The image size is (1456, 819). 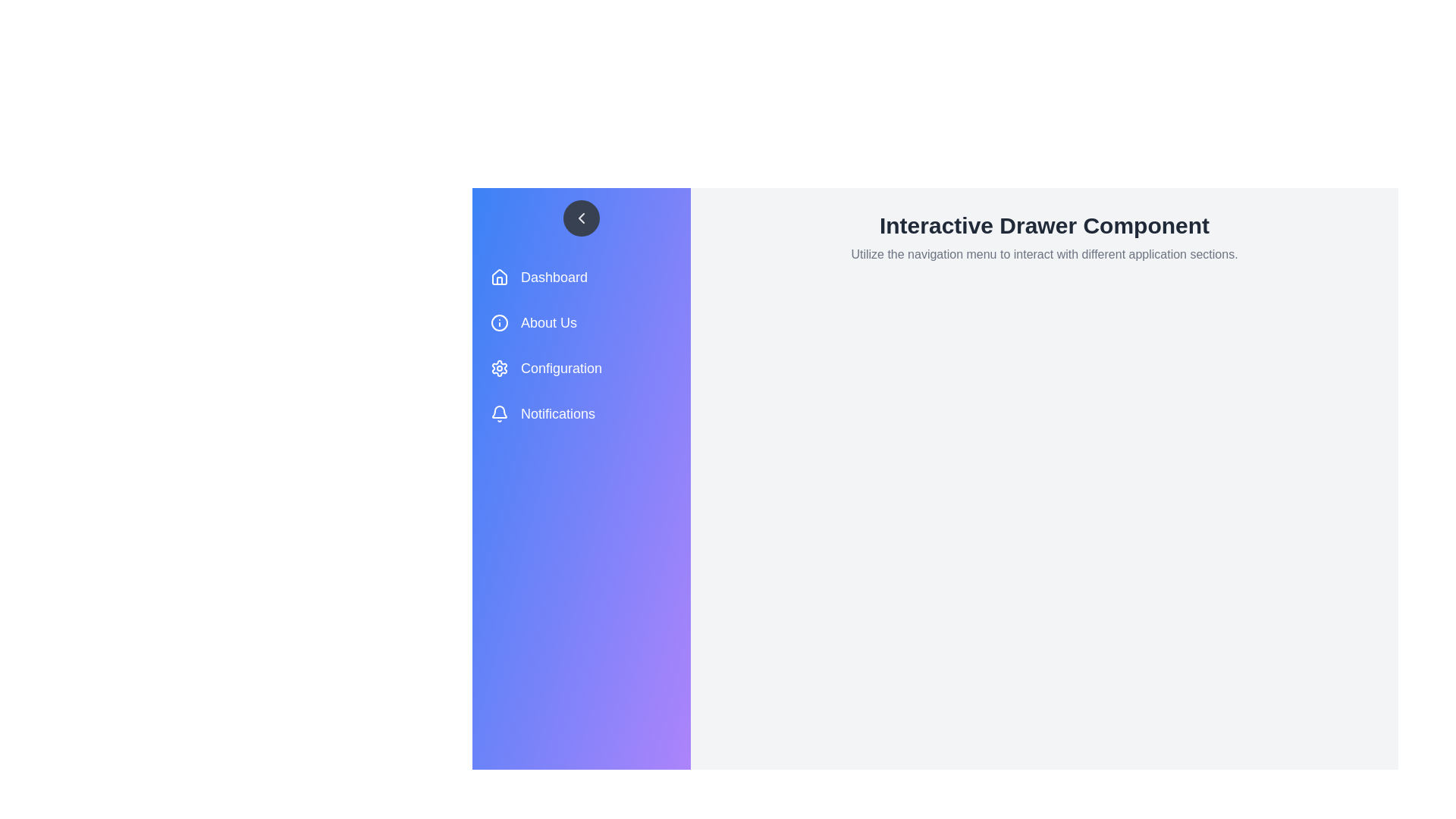 What do you see at coordinates (560, 369) in the screenshot?
I see `the third text label in the vertical navigation list, located below 'About Us' and above 'Notifications'` at bounding box center [560, 369].